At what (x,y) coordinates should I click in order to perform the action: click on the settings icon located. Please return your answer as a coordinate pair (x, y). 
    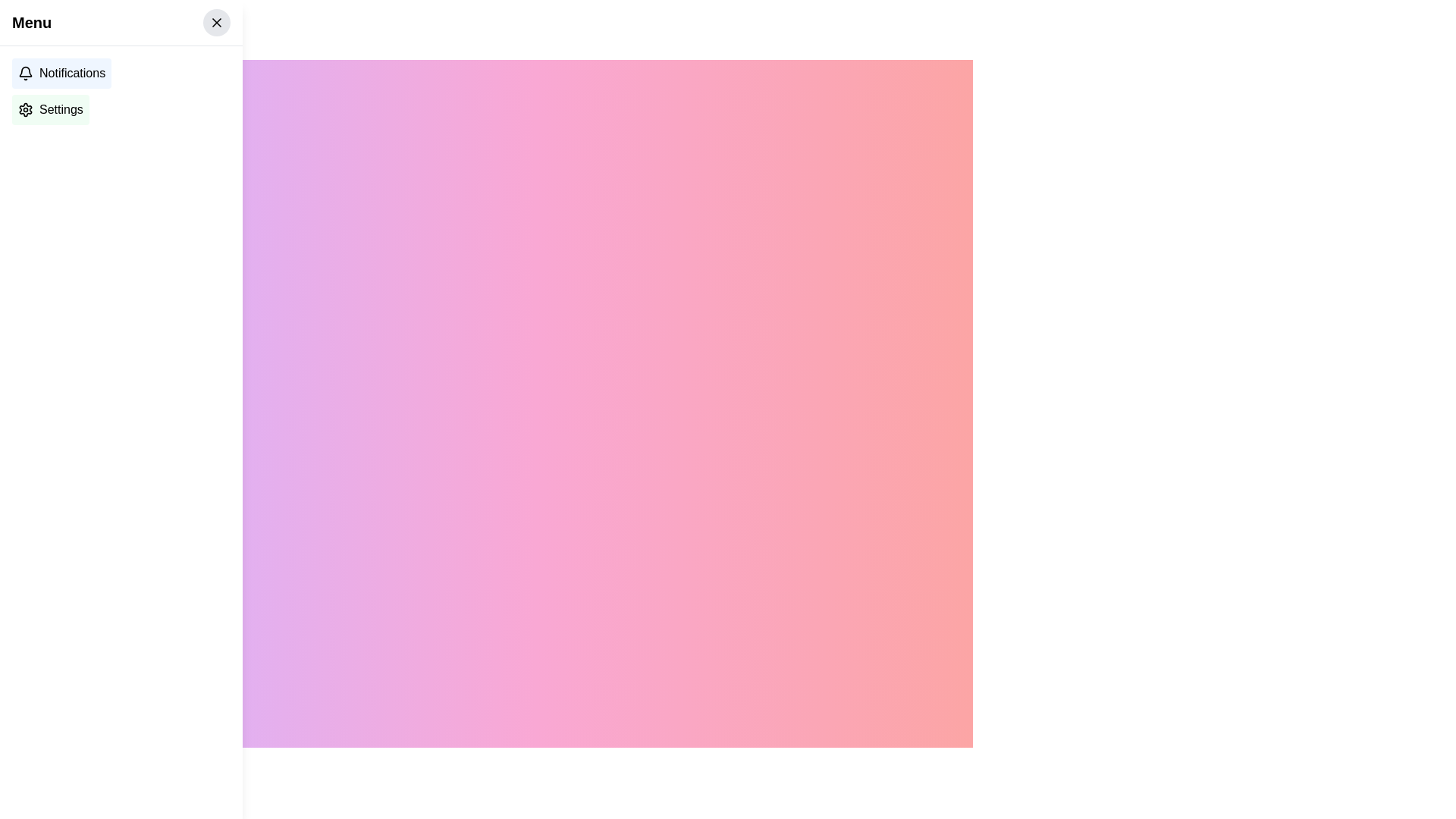
    Looking at the image, I should click on (25, 109).